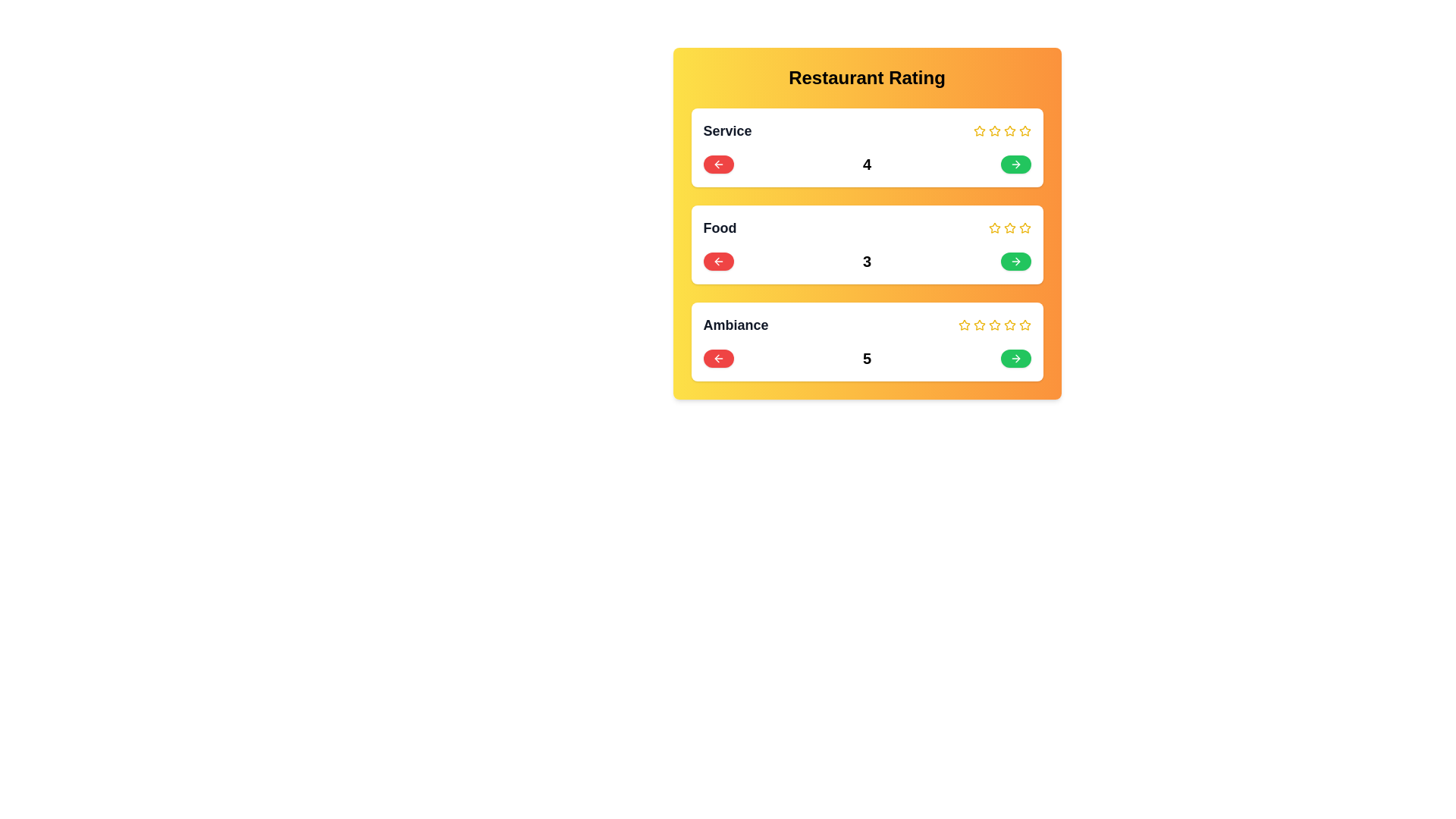  I want to click on the green circular button with a white arrow pointing to the right, located in the 'Service' row of the 'Restaurant Rating' section, so click(1015, 164).